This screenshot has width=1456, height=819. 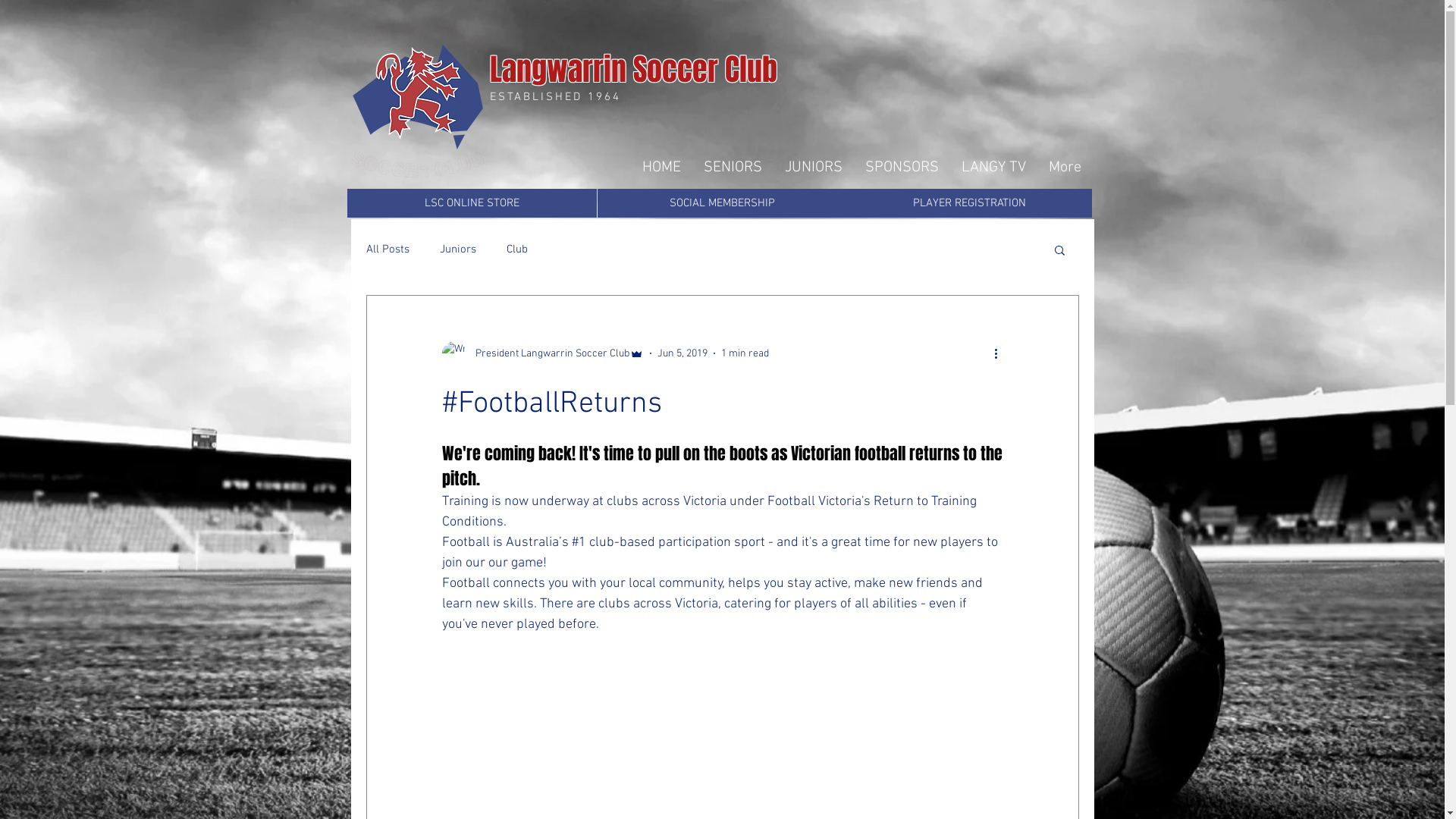 What do you see at coordinates (993, 168) in the screenshot?
I see `'LANGY TV'` at bounding box center [993, 168].